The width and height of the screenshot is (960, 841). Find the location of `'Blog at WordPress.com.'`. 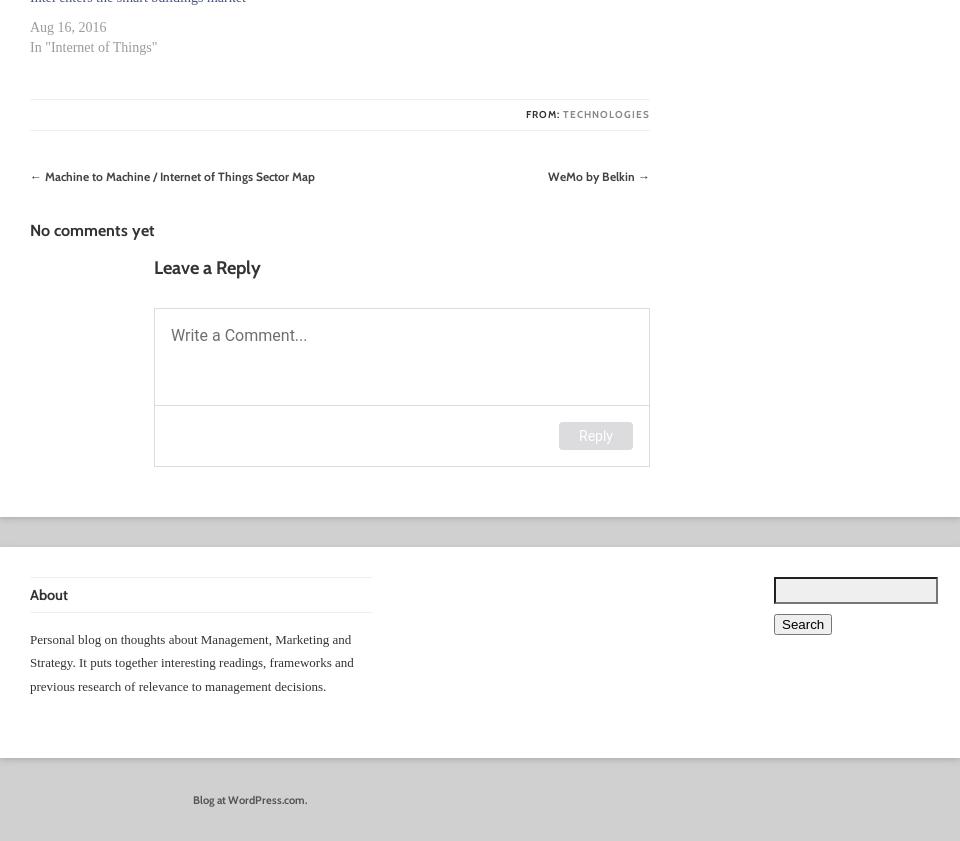

'Blog at WordPress.com.' is located at coordinates (248, 799).